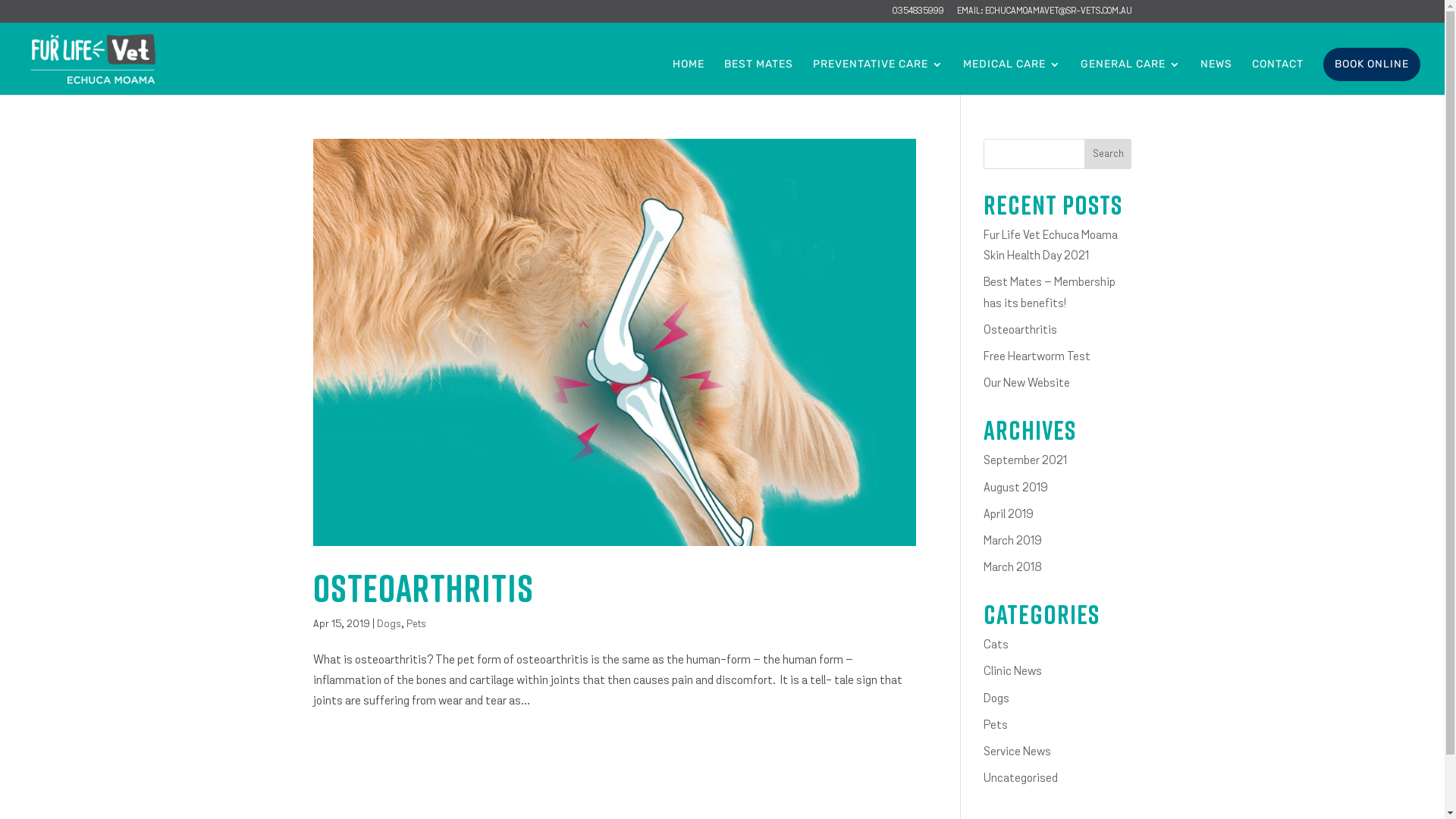 The height and width of the screenshot is (819, 1456). I want to click on 'Cats', so click(996, 645).